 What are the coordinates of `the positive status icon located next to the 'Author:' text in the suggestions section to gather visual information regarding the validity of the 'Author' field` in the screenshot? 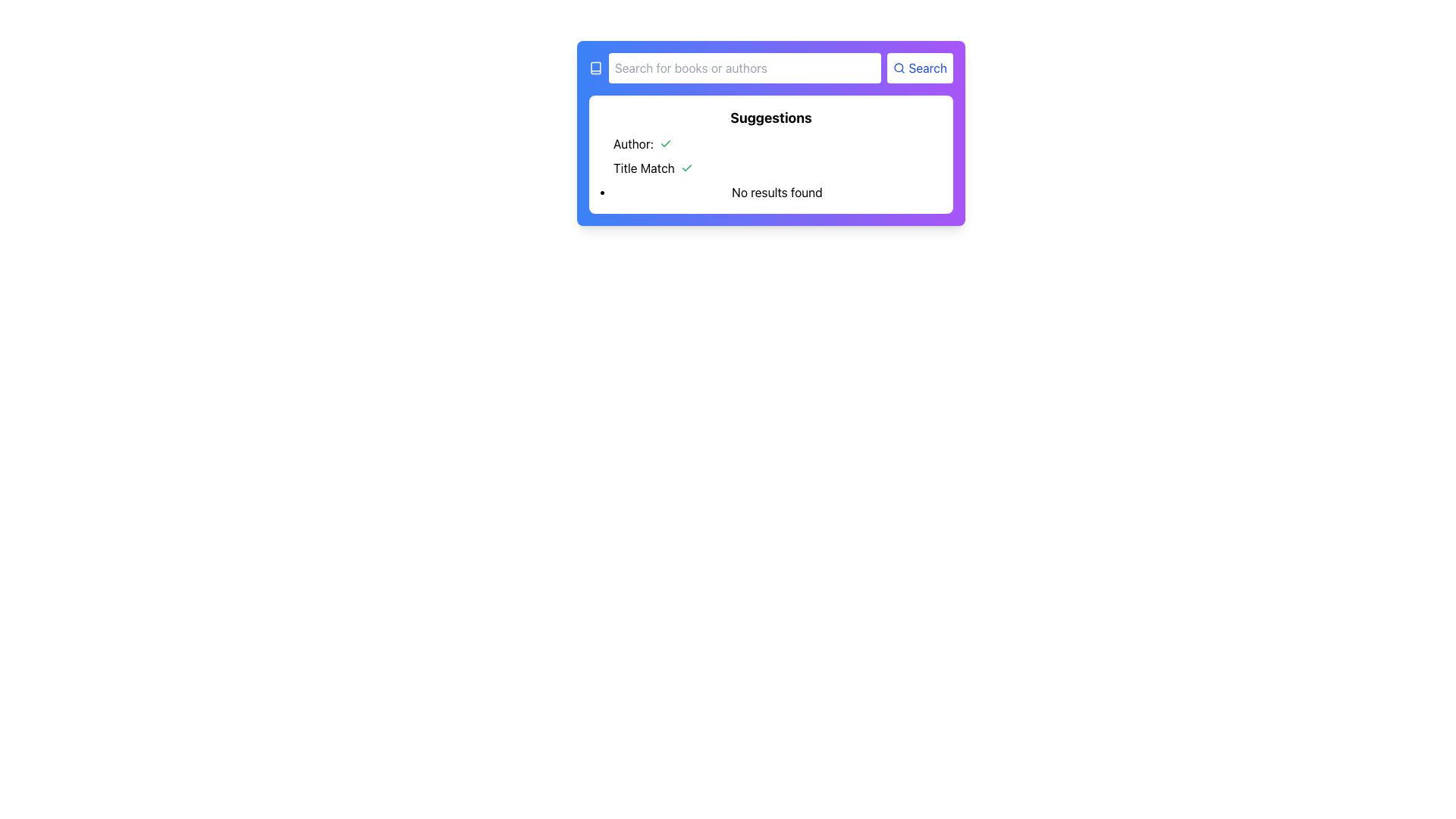 It's located at (686, 168).